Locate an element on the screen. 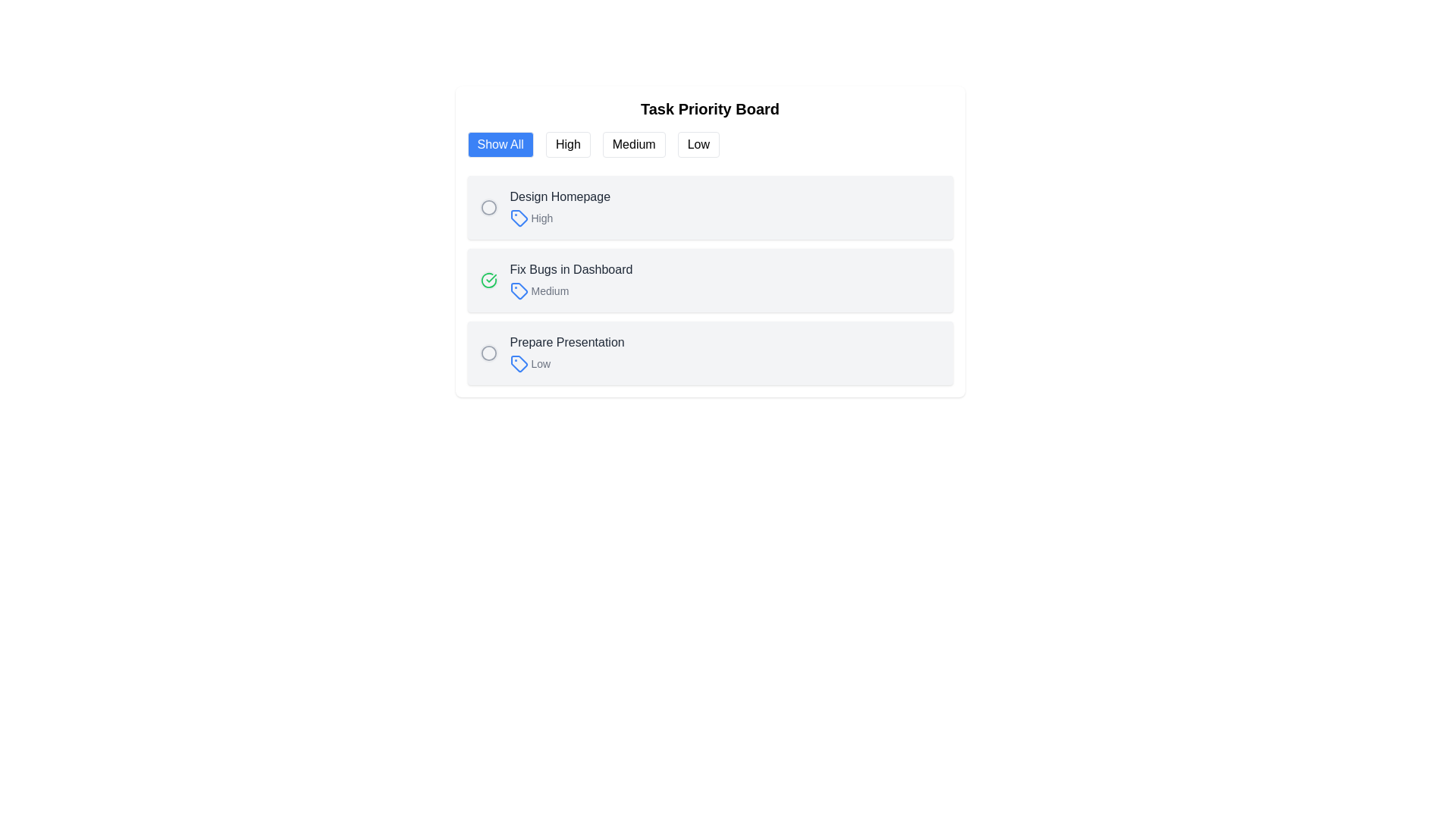  the second button in the horizontal row of four buttons at the top of the 'Task Priority Board' interface is located at coordinates (567, 145).